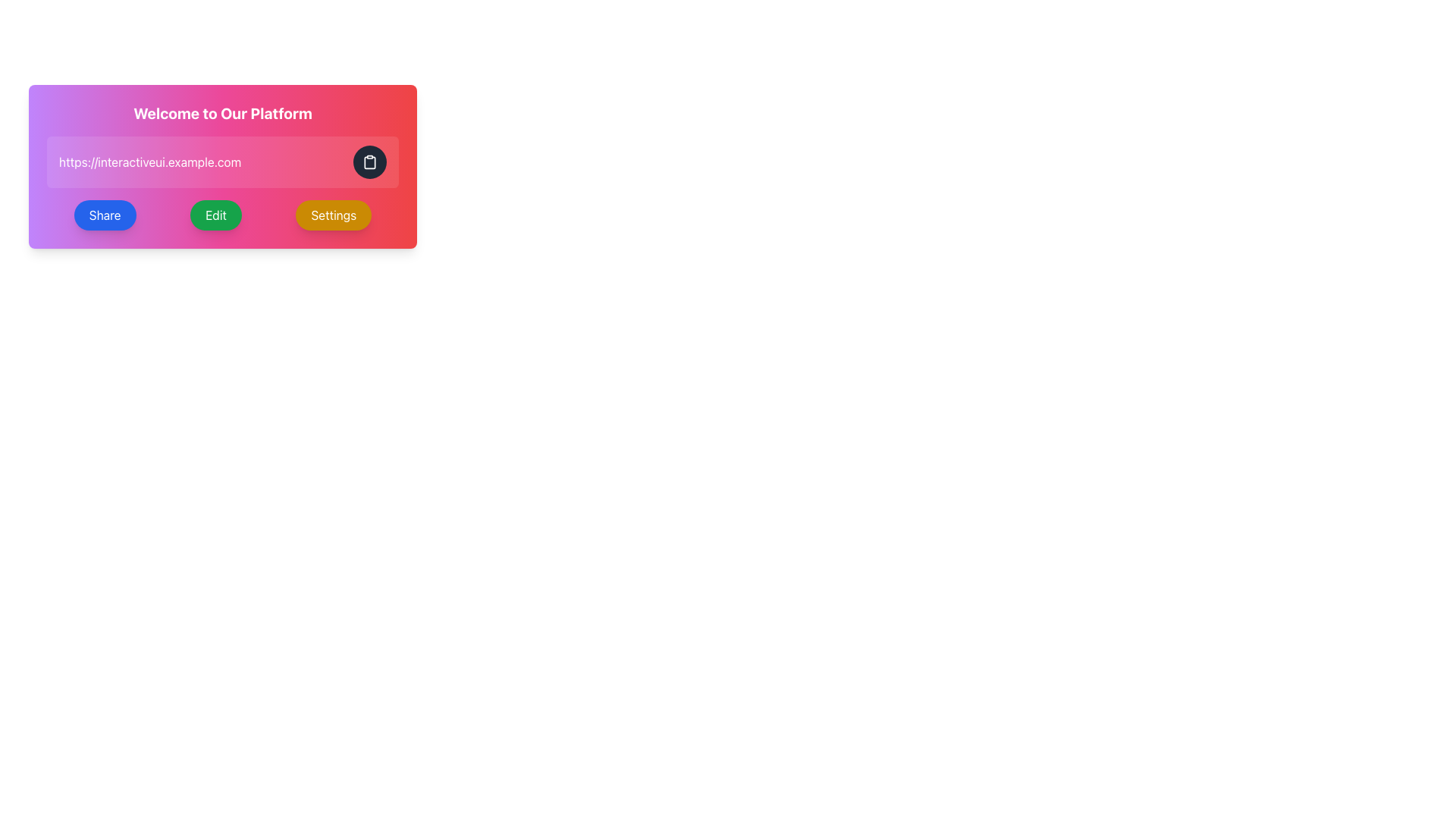  I want to click on the clipboard SVG icon located, so click(370, 162).